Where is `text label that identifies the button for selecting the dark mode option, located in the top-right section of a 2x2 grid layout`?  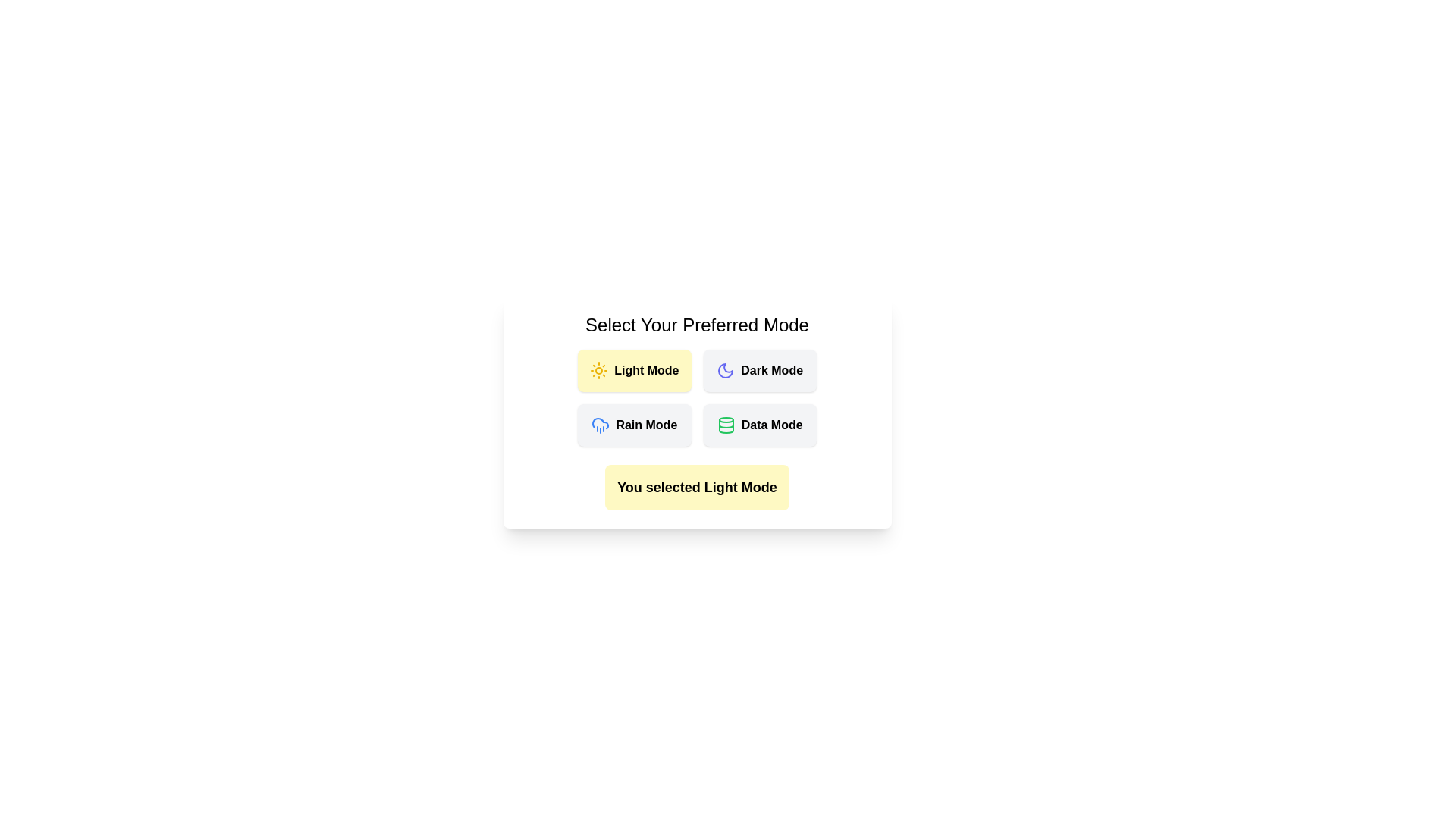 text label that identifies the button for selecting the dark mode option, located in the top-right section of a 2x2 grid layout is located at coordinates (772, 371).